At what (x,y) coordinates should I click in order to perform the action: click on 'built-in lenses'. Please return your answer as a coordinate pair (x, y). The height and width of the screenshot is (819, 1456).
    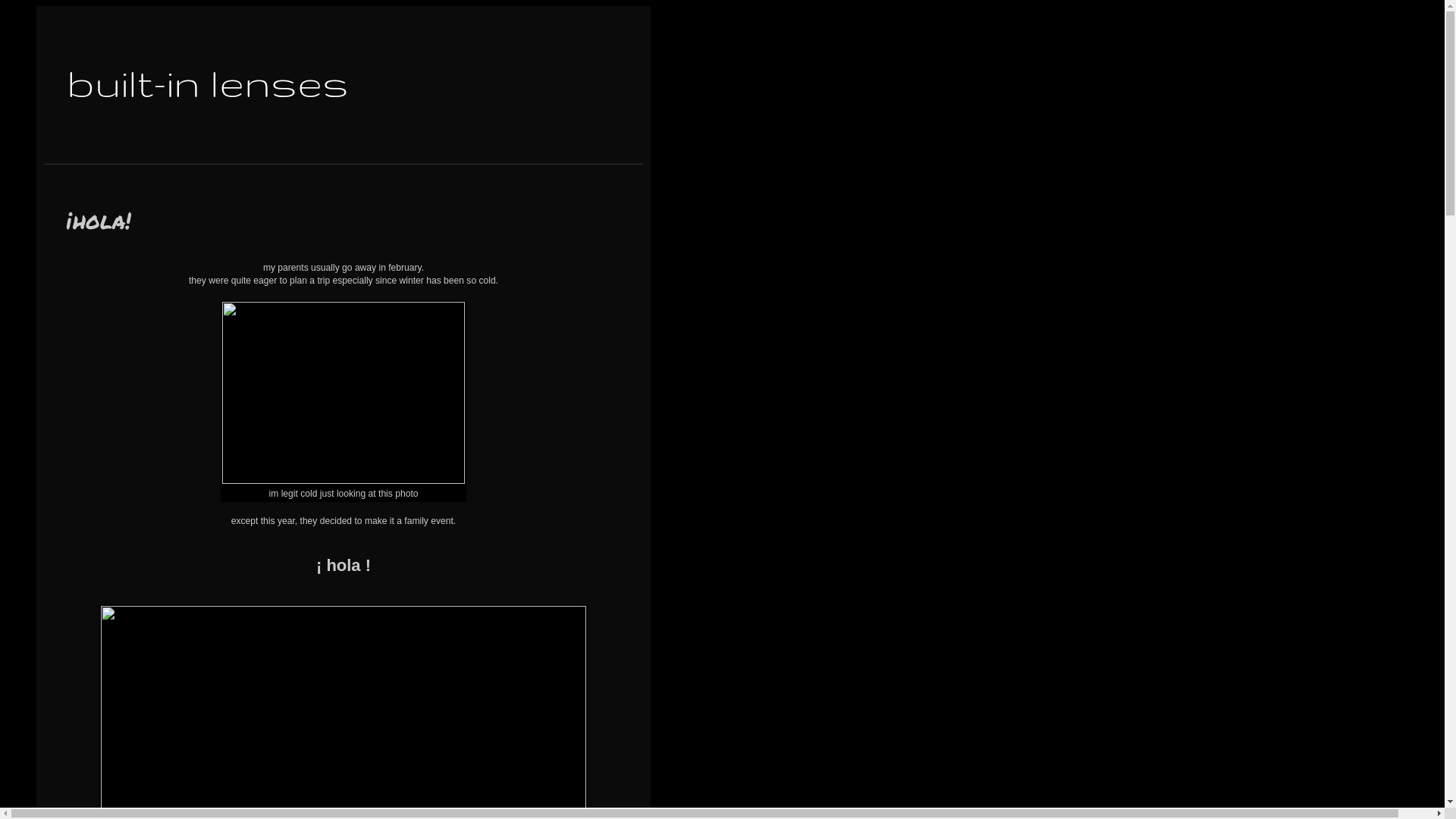
    Looking at the image, I should click on (206, 82).